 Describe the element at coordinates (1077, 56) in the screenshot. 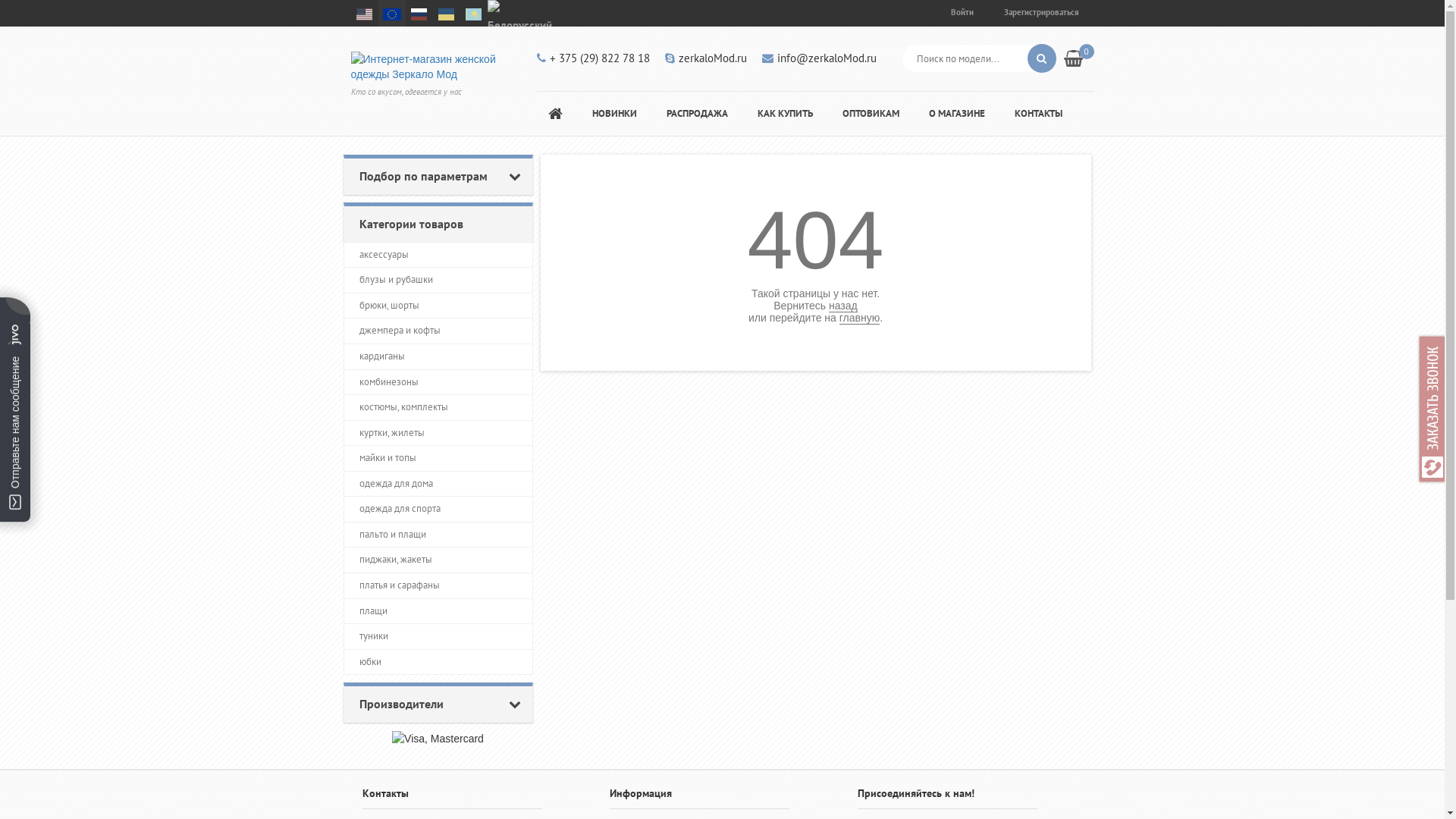

I see `'0'` at that location.